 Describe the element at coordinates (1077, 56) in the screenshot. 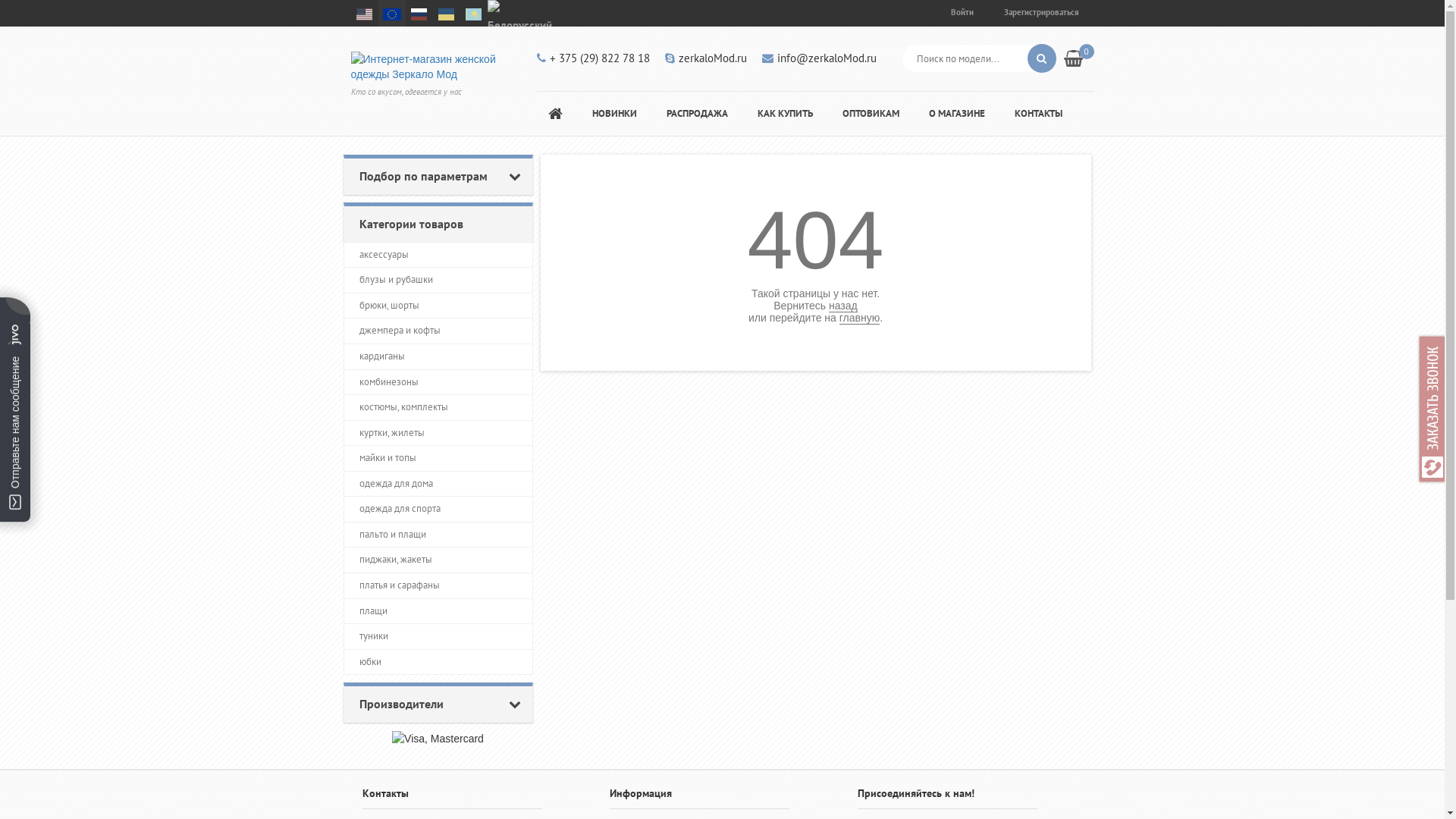

I see `'0'` at that location.